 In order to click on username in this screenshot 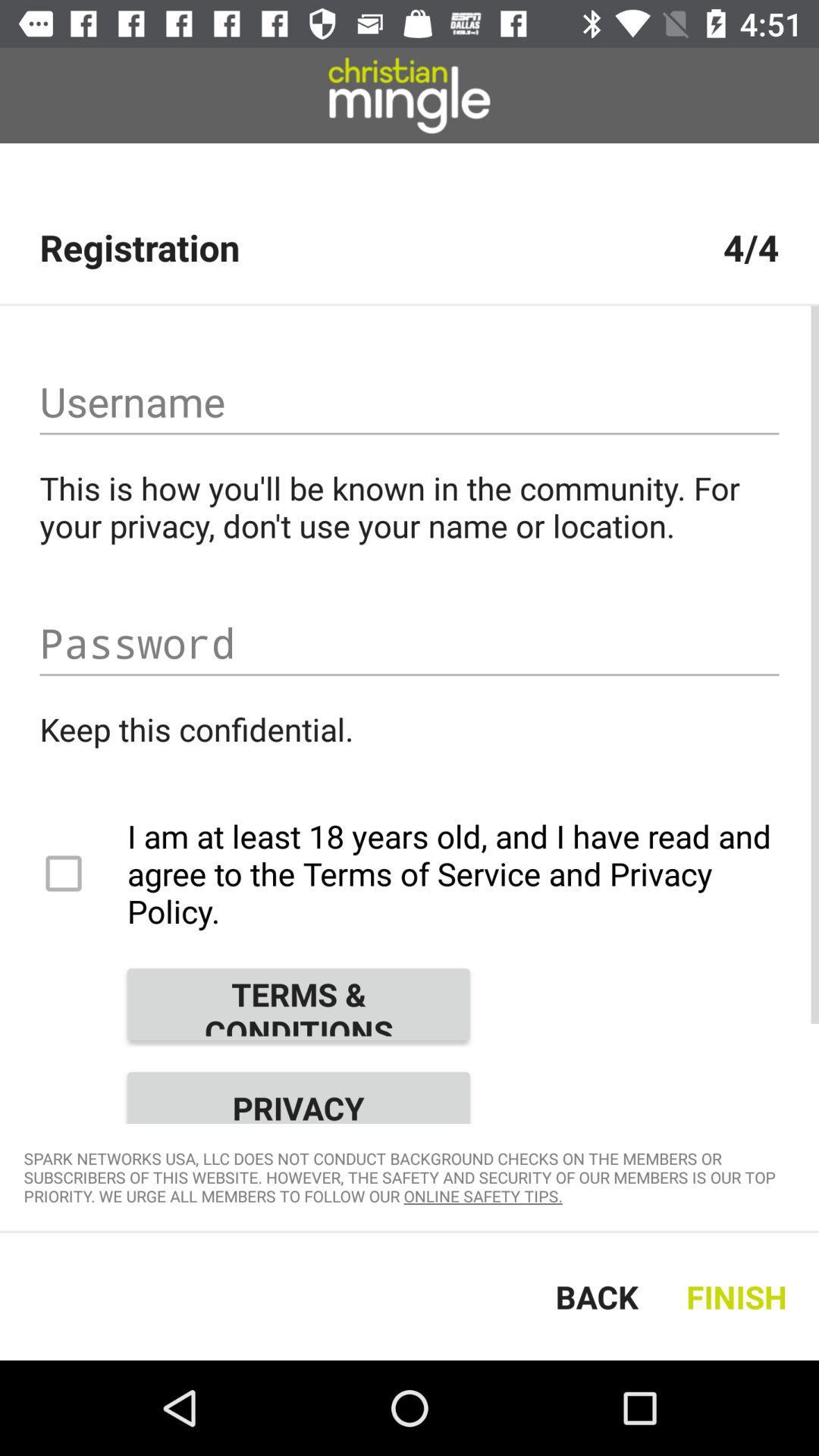, I will do `click(409, 402)`.